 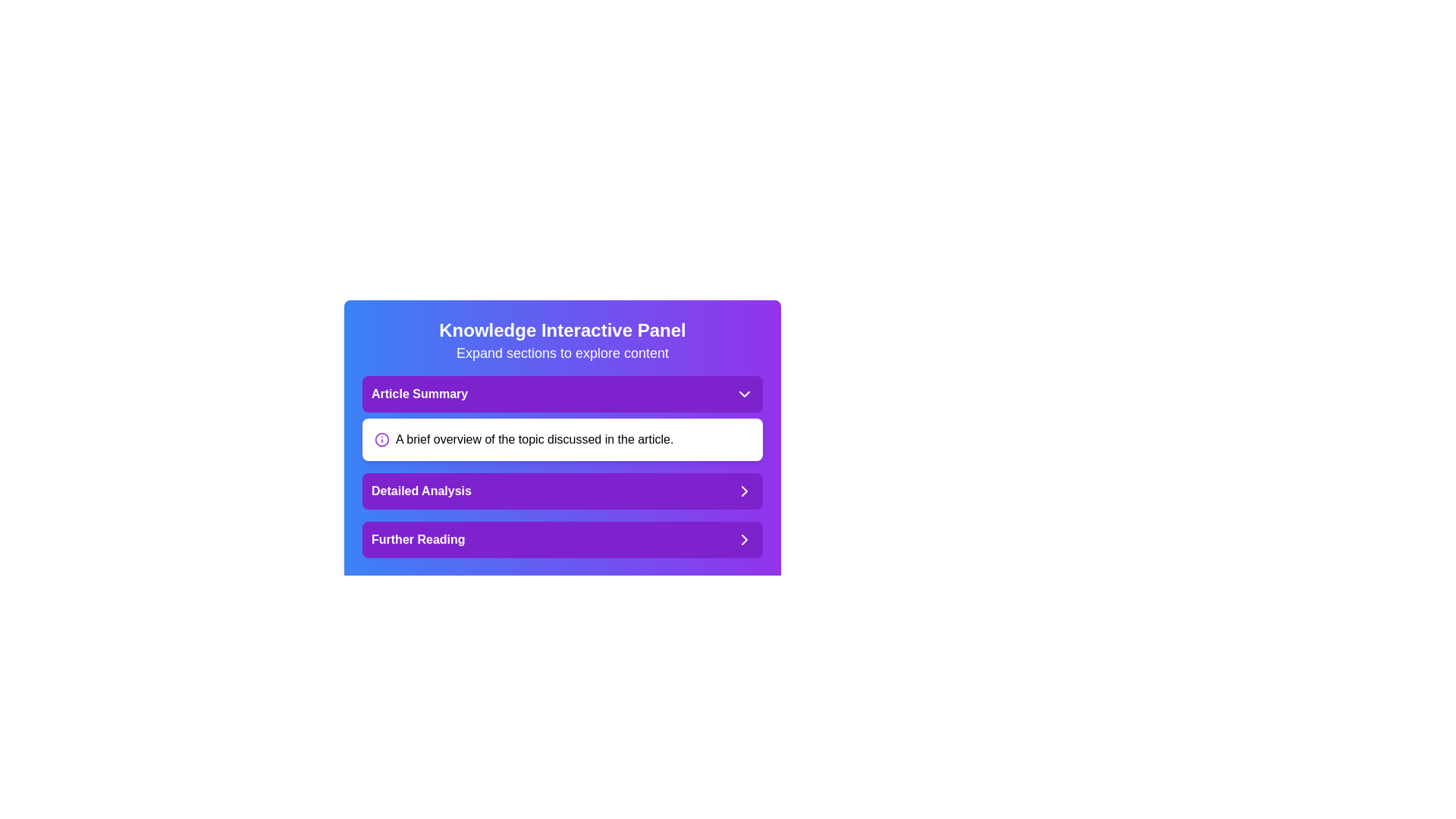 I want to click on the 'Detailed Analysis' button, so click(x=562, y=491).